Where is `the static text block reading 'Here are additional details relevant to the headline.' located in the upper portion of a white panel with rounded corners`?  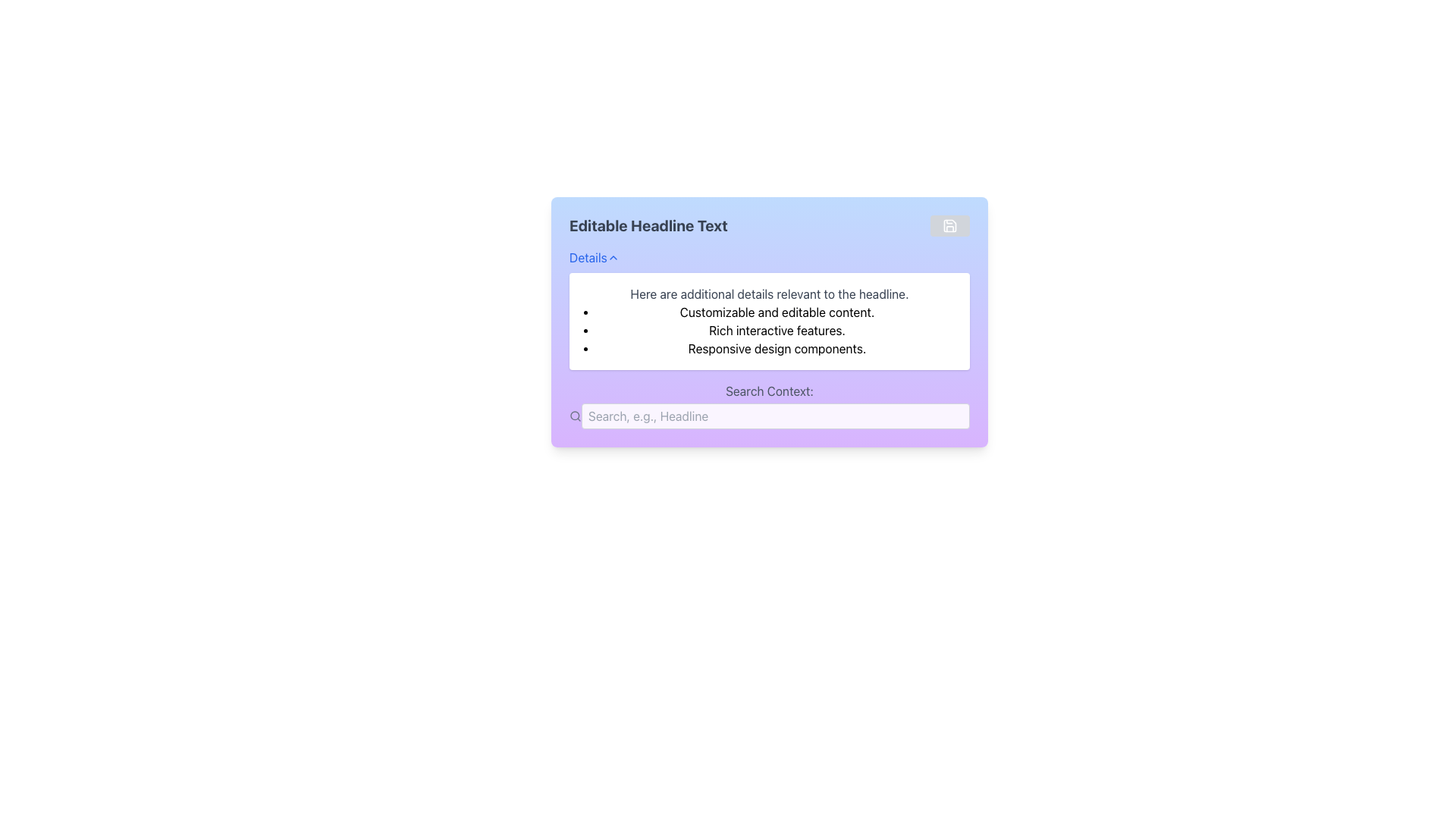 the static text block reading 'Here are additional details relevant to the headline.' located in the upper portion of a white panel with rounded corners is located at coordinates (769, 294).